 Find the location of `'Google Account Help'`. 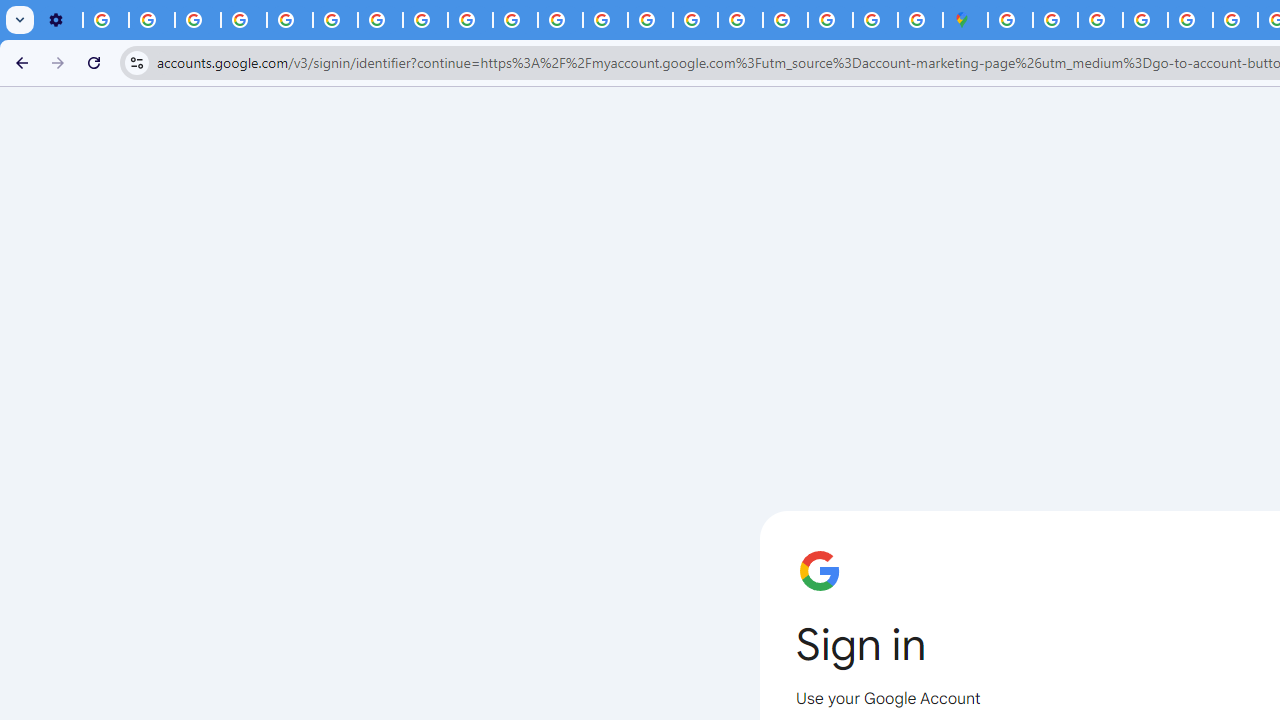

'Google Account Help' is located at coordinates (243, 20).